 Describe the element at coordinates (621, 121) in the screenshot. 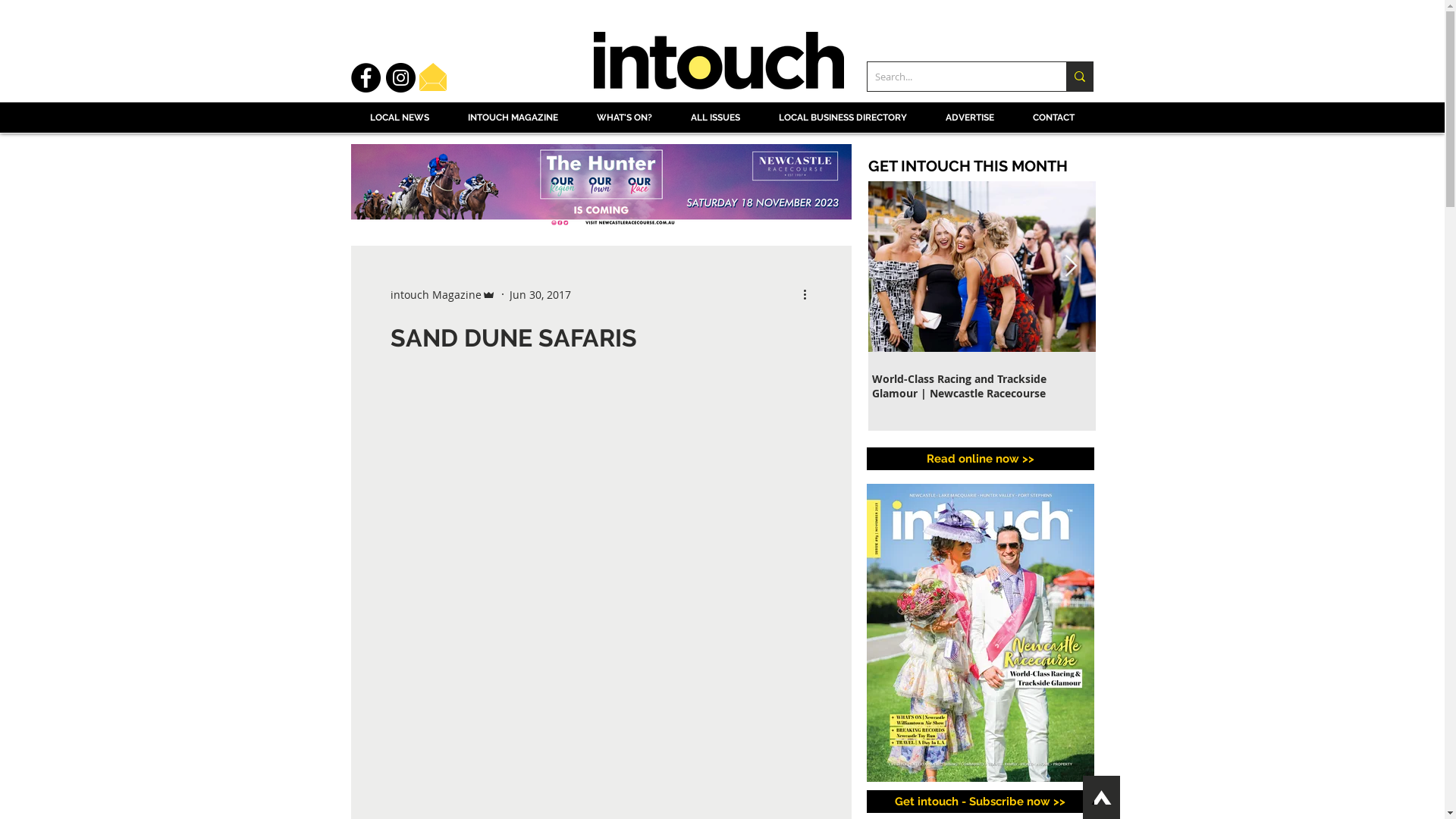

I see `'WHAT'S ON?'` at that location.